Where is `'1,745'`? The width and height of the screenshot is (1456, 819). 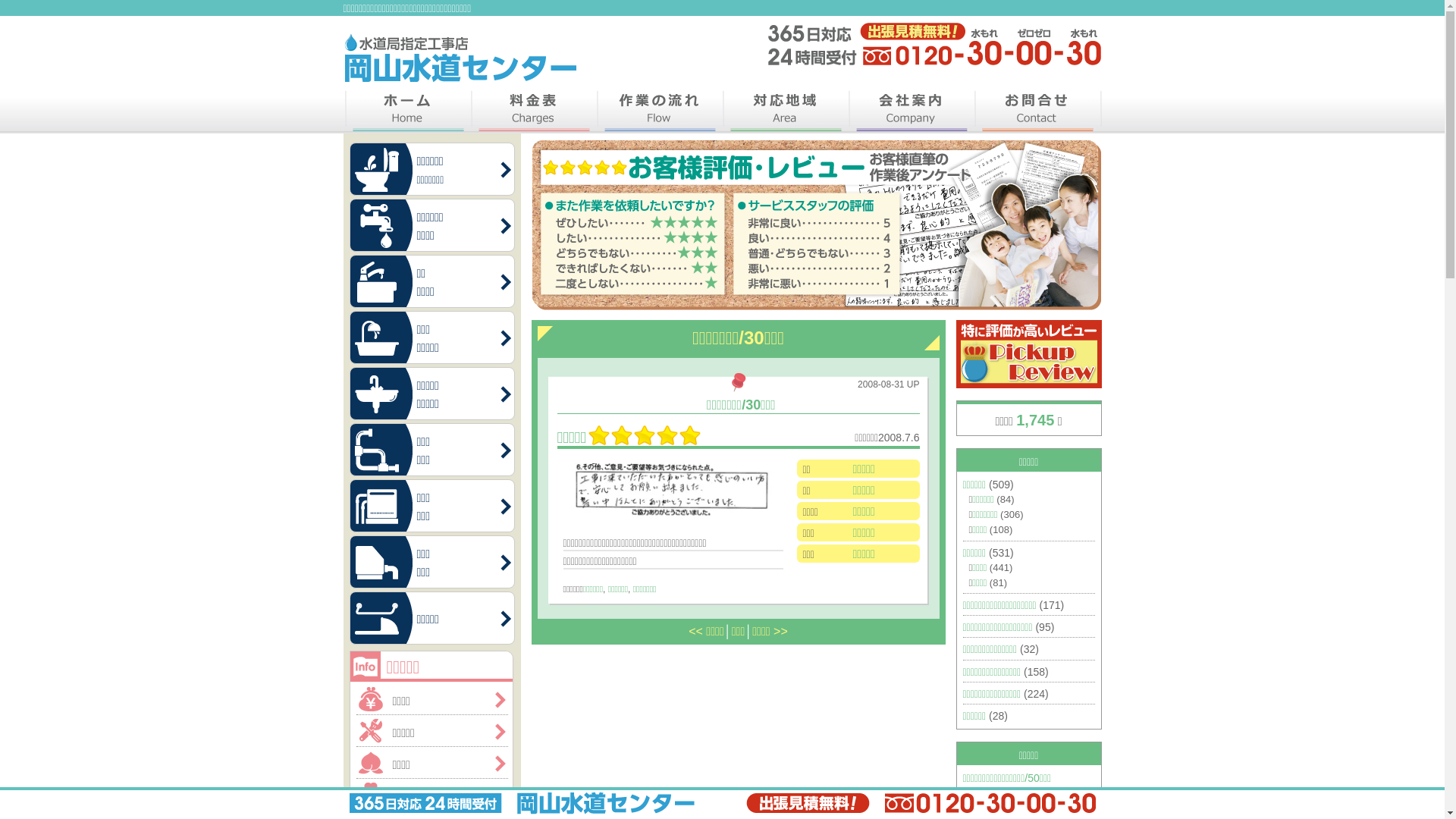 '1,745' is located at coordinates (1034, 420).